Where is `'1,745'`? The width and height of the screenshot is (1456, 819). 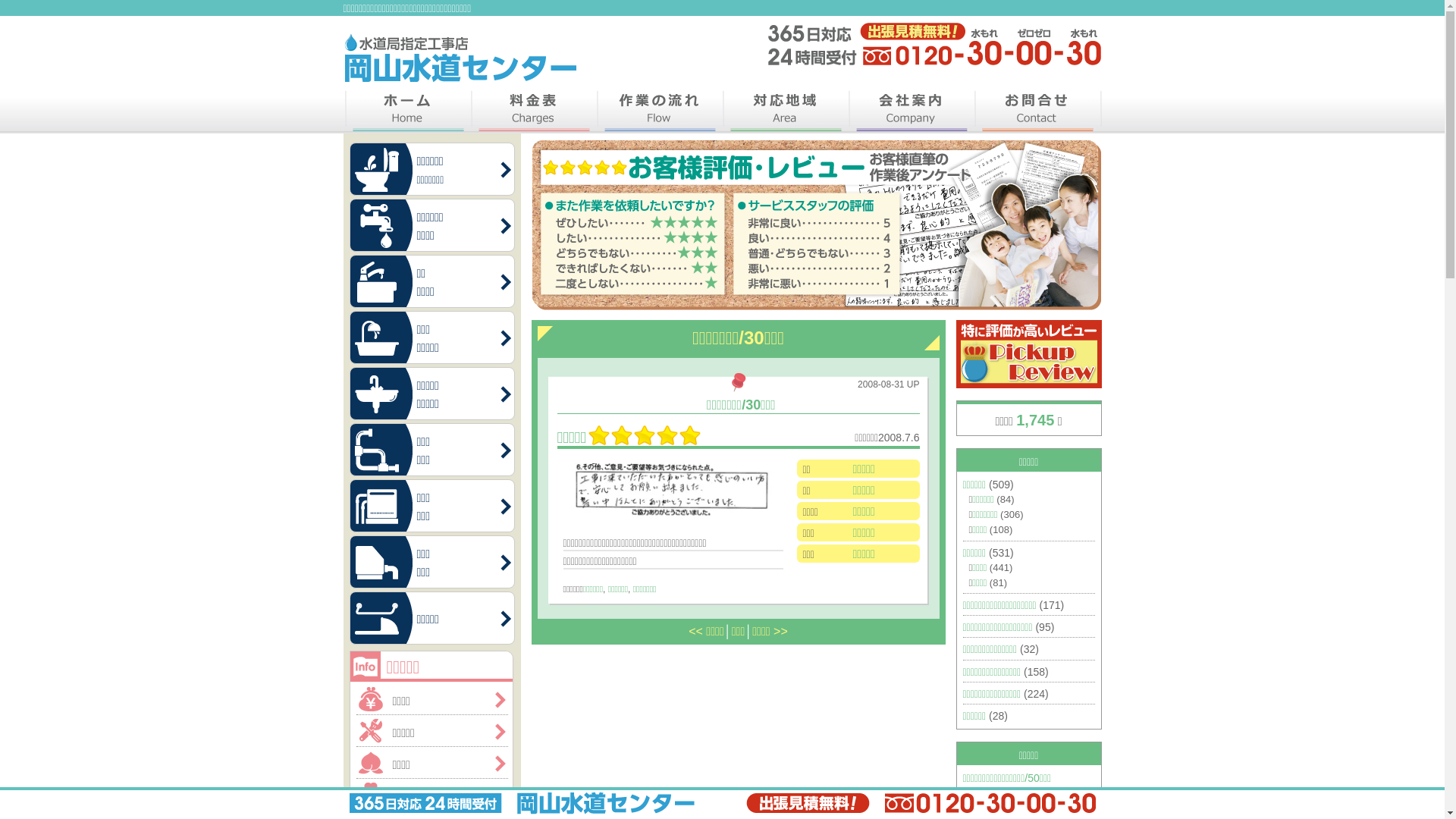 '1,745' is located at coordinates (1034, 420).